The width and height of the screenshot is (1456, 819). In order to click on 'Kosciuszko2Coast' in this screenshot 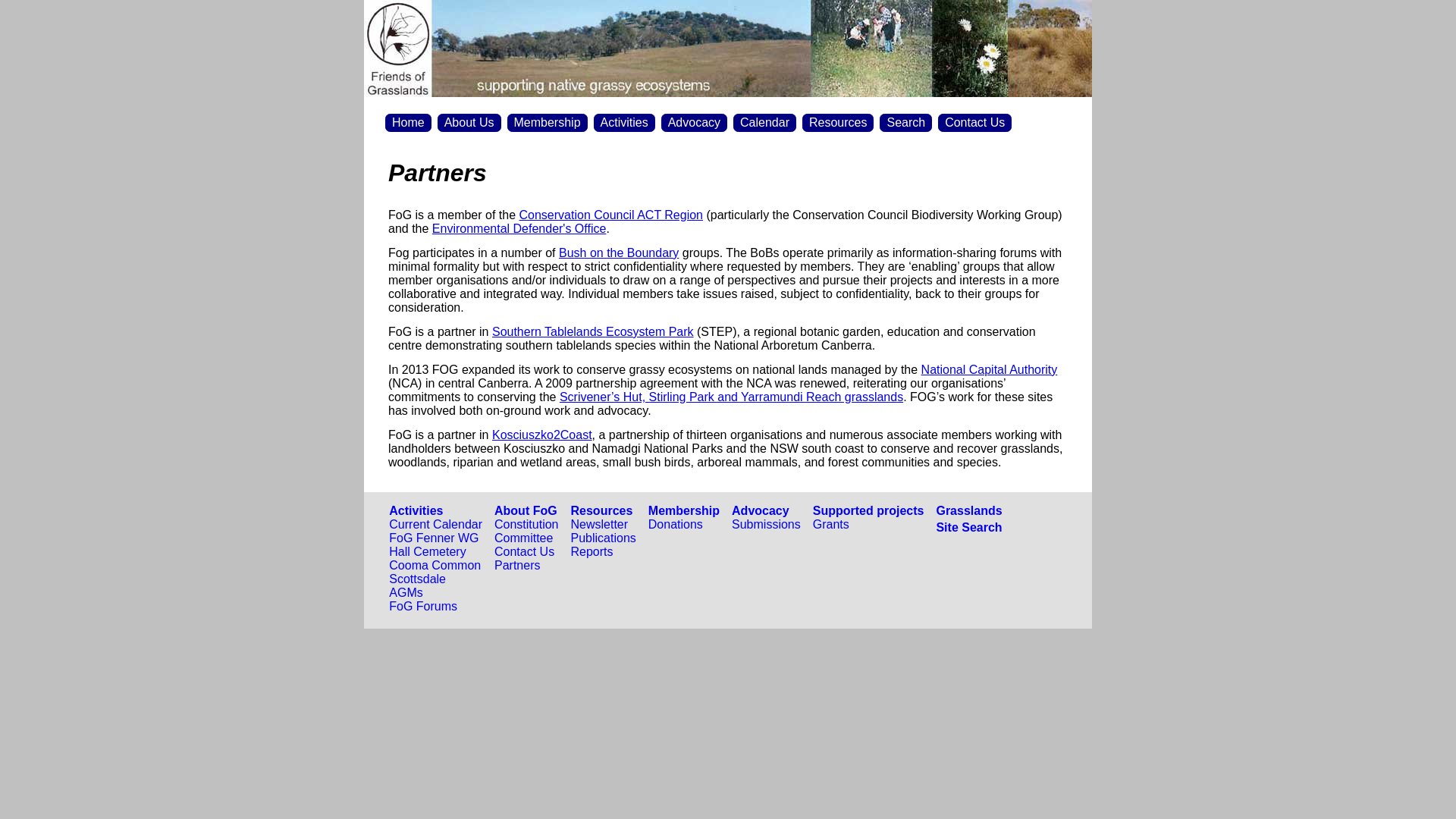, I will do `click(542, 435)`.